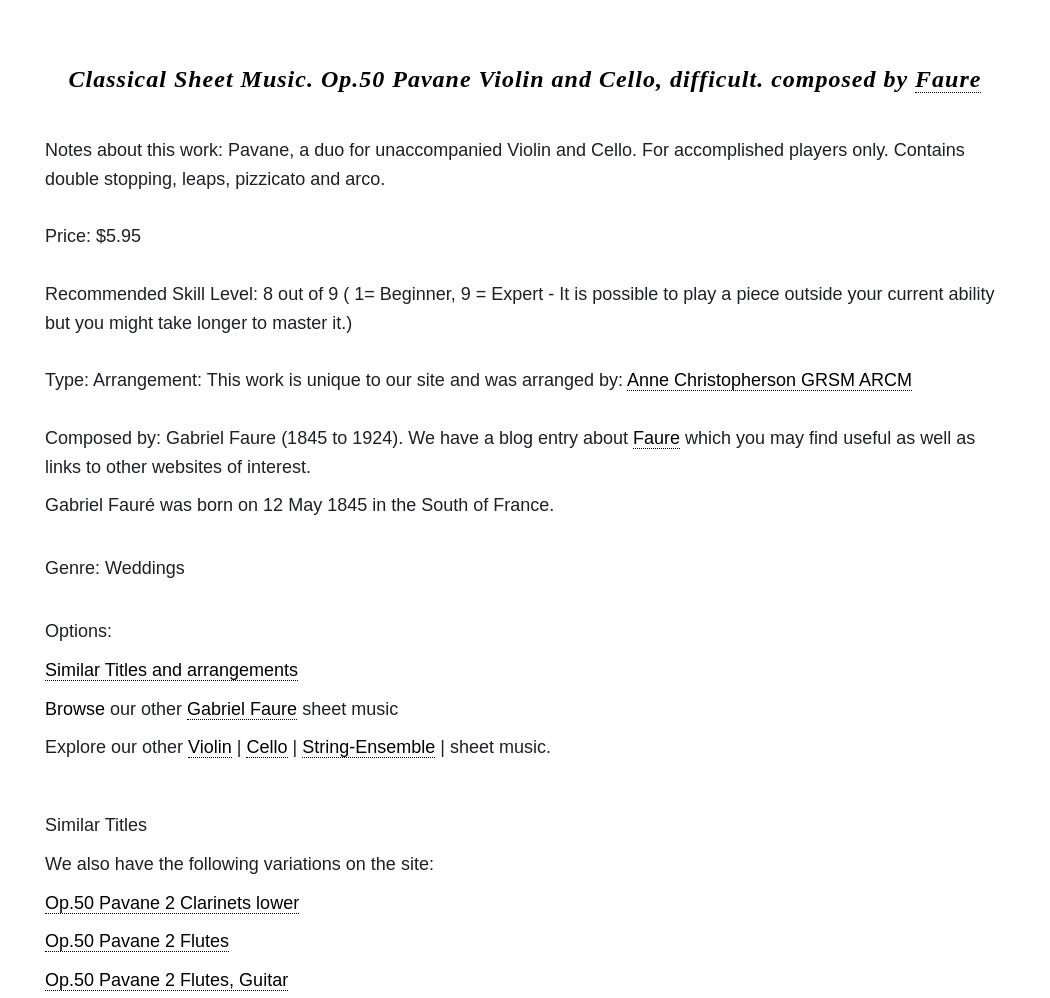 This screenshot has width=1050, height=998. What do you see at coordinates (140, 566) in the screenshot?
I see `'Weddings'` at bounding box center [140, 566].